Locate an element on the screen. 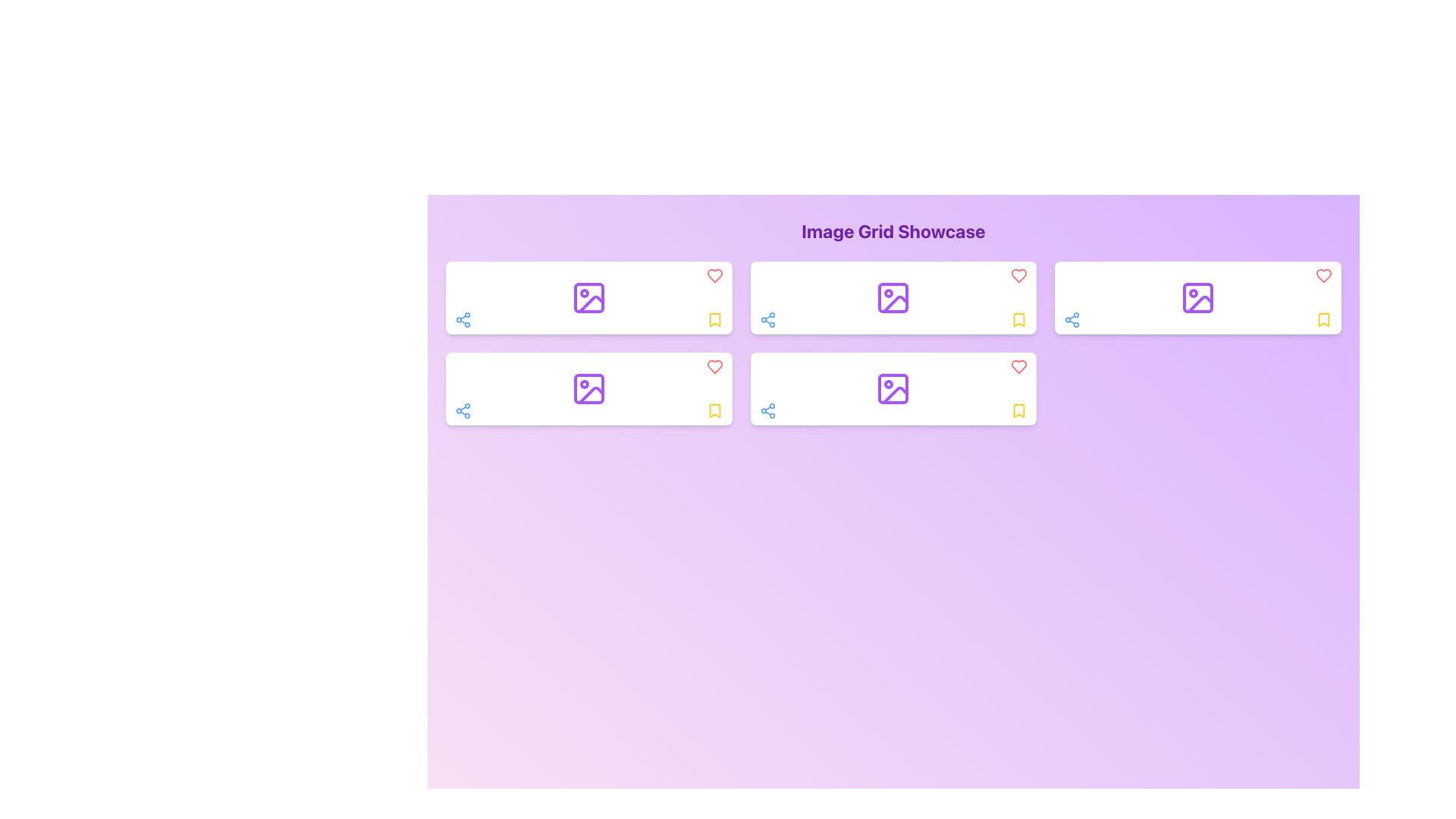 The width and height of the screenshot is (1456, 819). the small, purple square icon with rounded corners located within the image icon in the bottom row of the grid layout is located at coordinates (893, 388).